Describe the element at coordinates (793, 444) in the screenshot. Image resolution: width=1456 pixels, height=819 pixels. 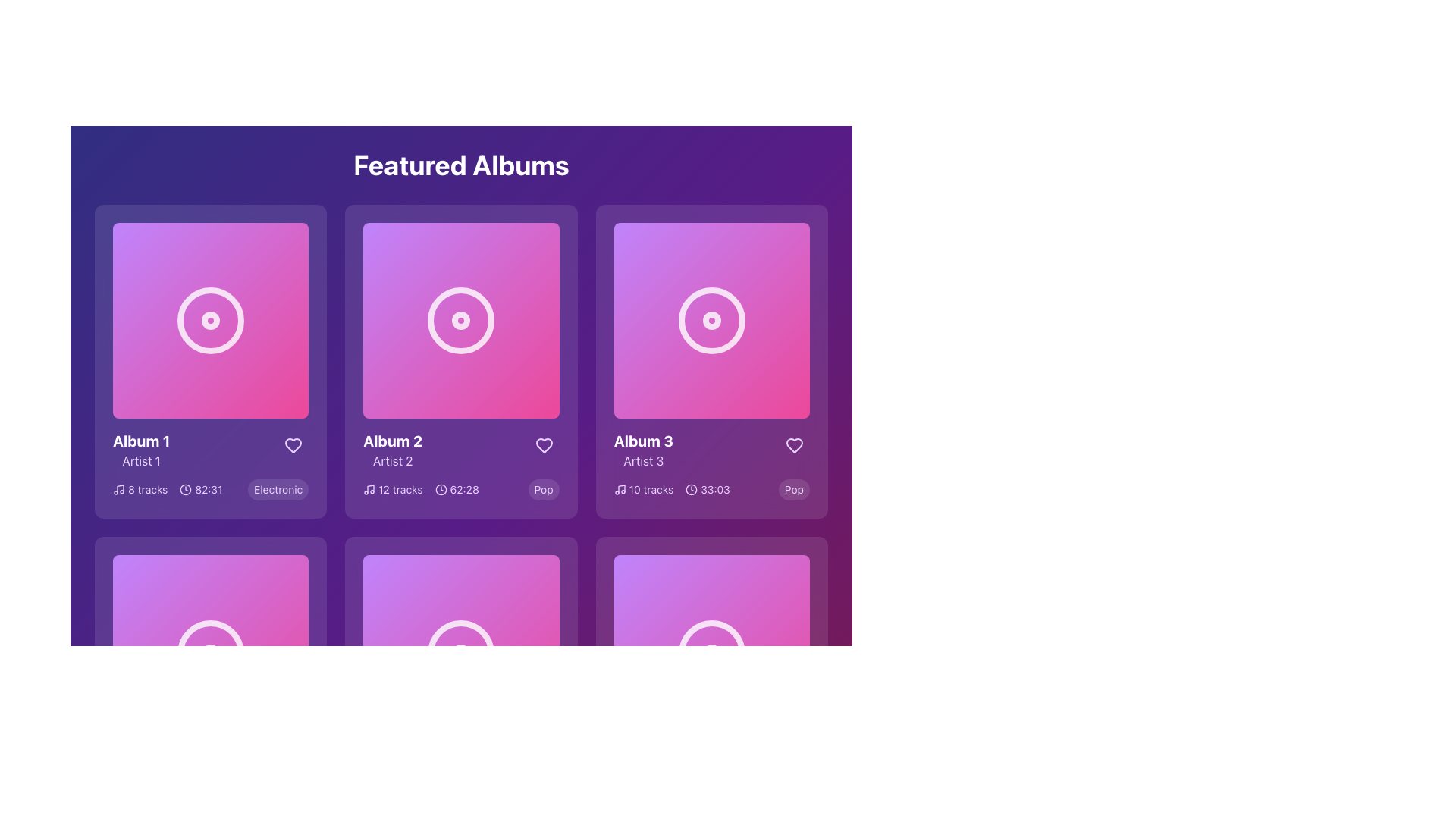
I see `the heart-shaped icon button with a light purple outline located at the top-right corner of the 'Album 3' card to like or unlike the album` at that location.